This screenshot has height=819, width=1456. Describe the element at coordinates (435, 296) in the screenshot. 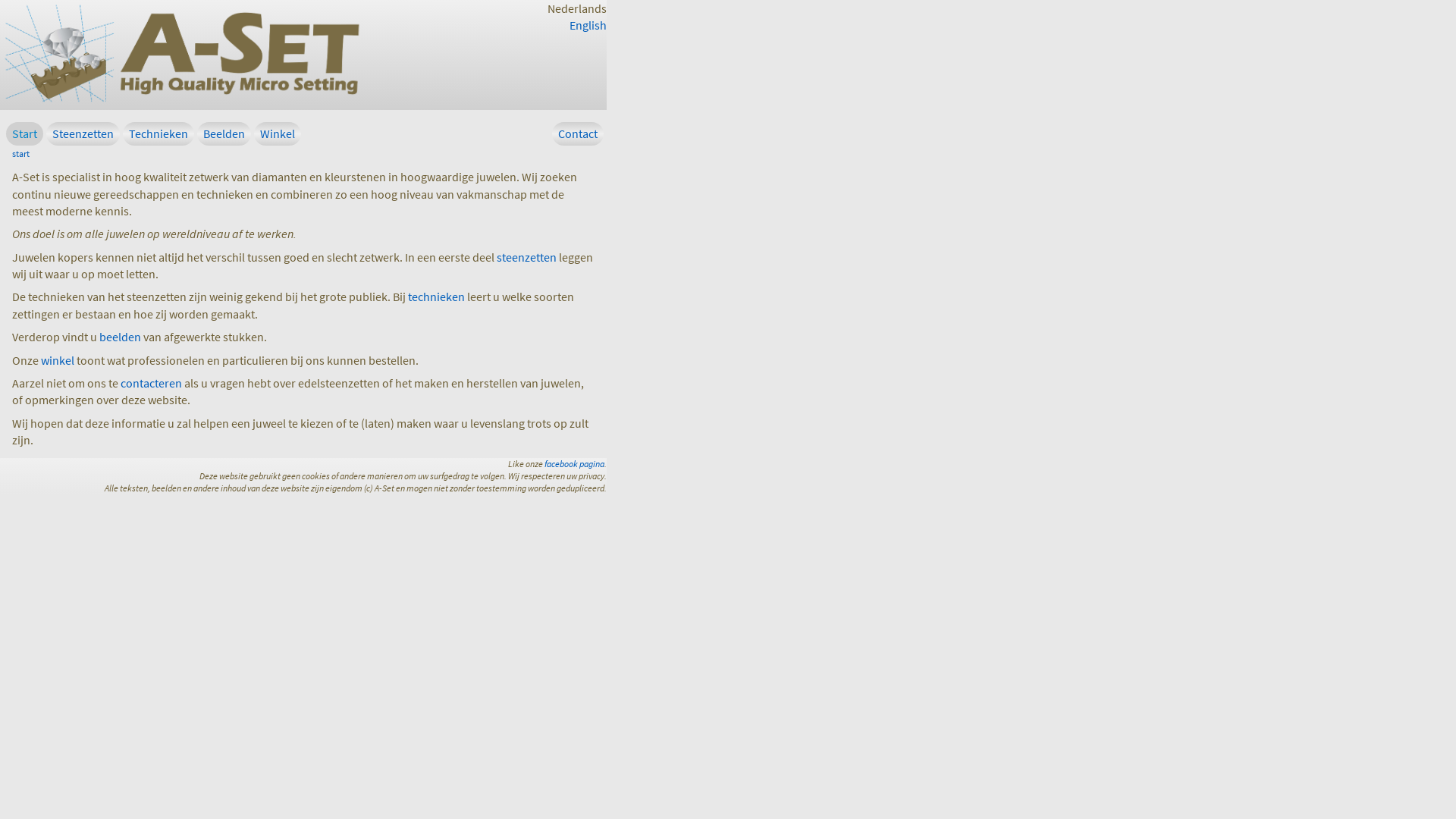

I see `'technieken'` at that location.